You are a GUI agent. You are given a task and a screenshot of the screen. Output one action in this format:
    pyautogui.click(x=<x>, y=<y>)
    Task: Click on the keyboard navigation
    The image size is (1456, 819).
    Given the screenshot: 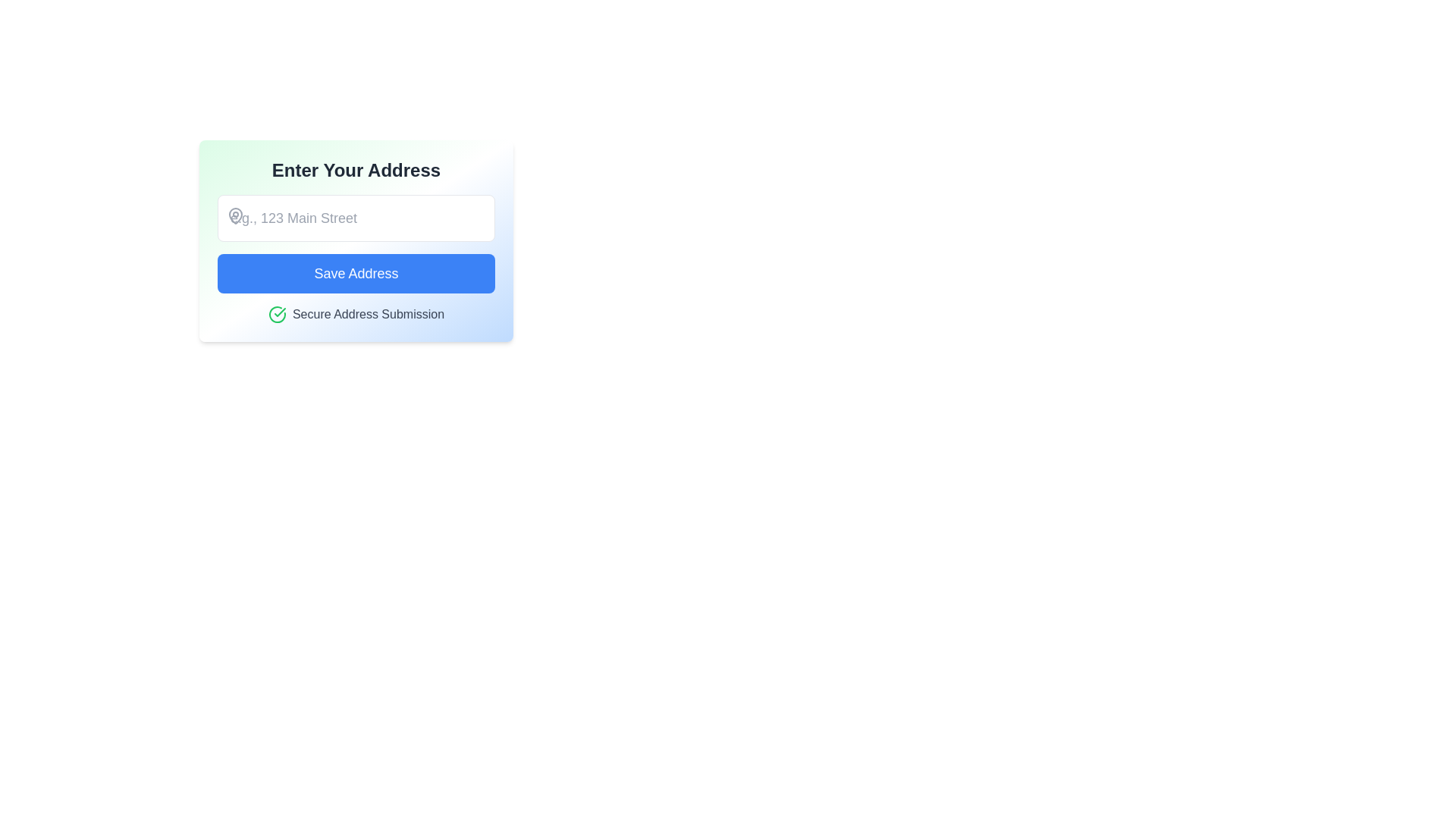 What is the action you would take?
    pyautogui.click(x=356, y=240)
    